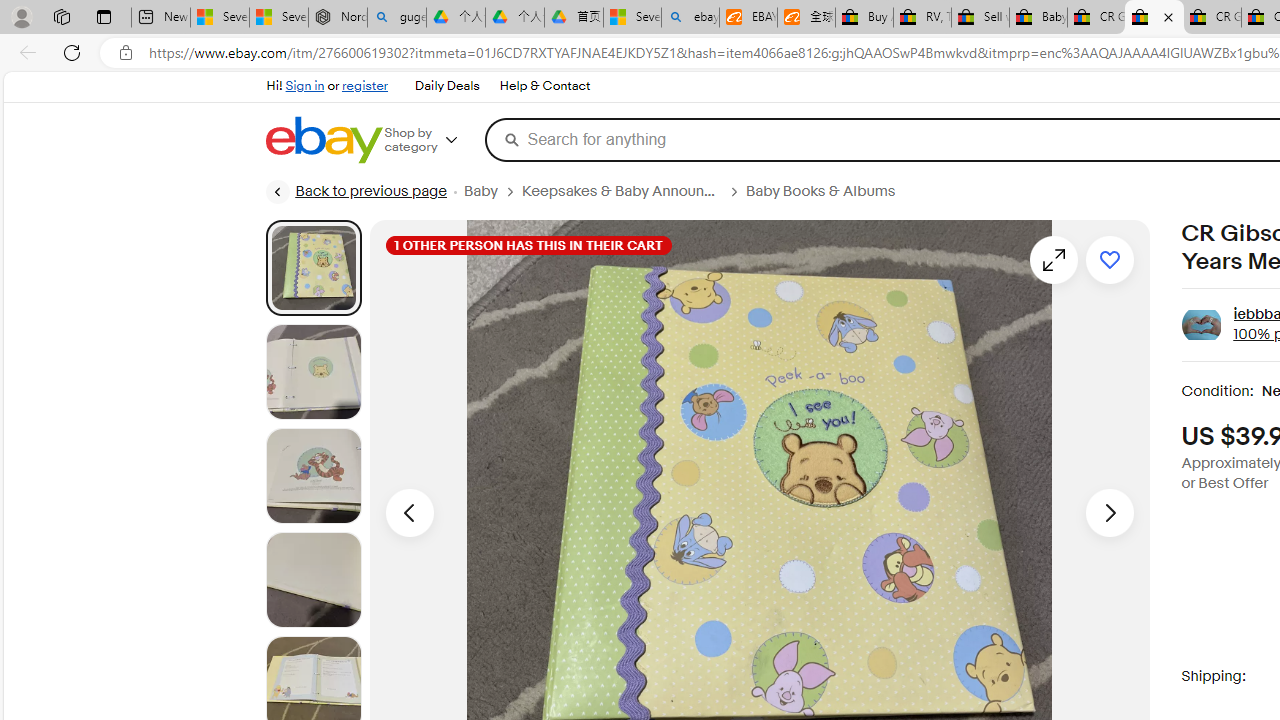 This screenshot has height=720, width=1280. What do you see at coordinates (1200, 324) in the screenshot?
I see `'Class: ux-action'` at bounding box center [1200, 324].